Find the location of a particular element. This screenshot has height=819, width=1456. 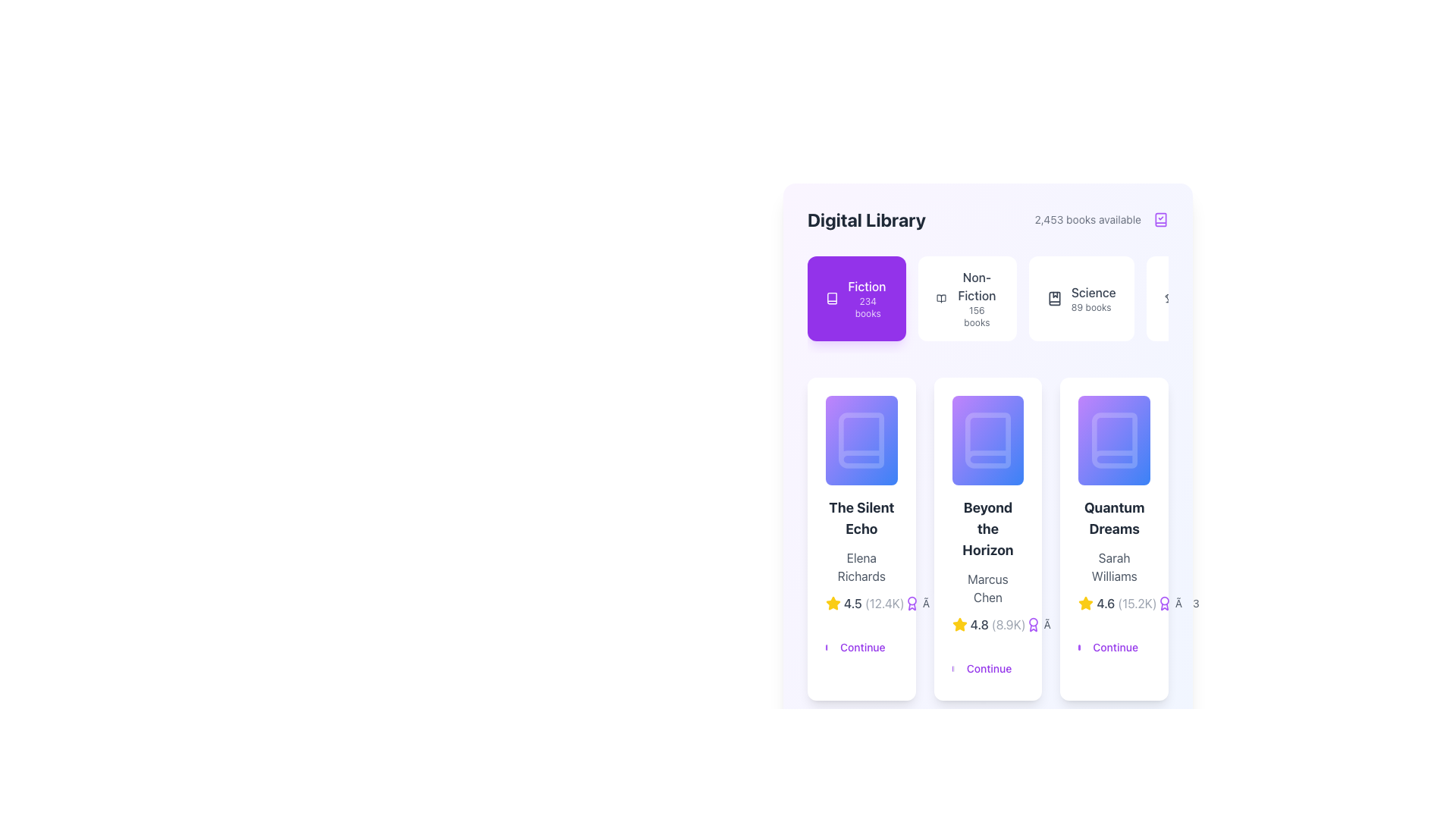

title text label that identifies the book within the card interface located at the top of the 'Fiction' category in the 'Digital Library' section is located at coordinates (861, 518).